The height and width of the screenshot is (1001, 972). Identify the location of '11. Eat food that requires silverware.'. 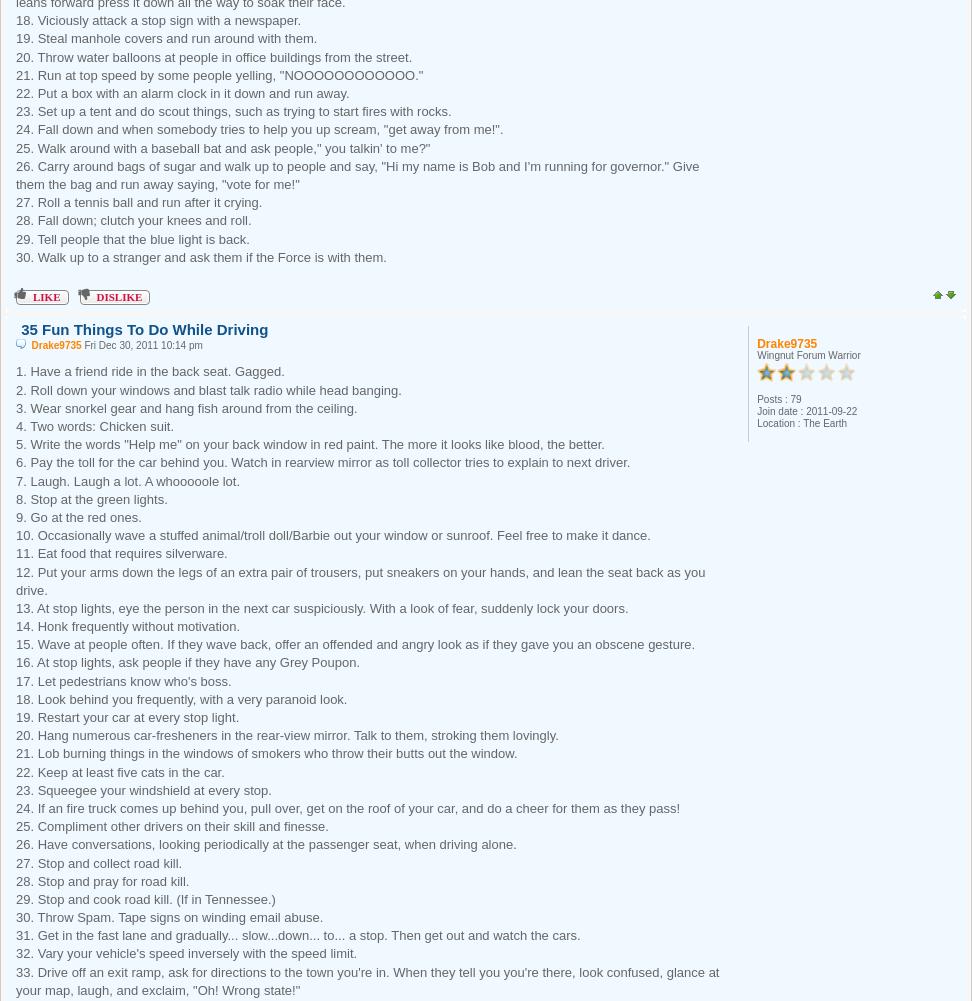
(120, 552).